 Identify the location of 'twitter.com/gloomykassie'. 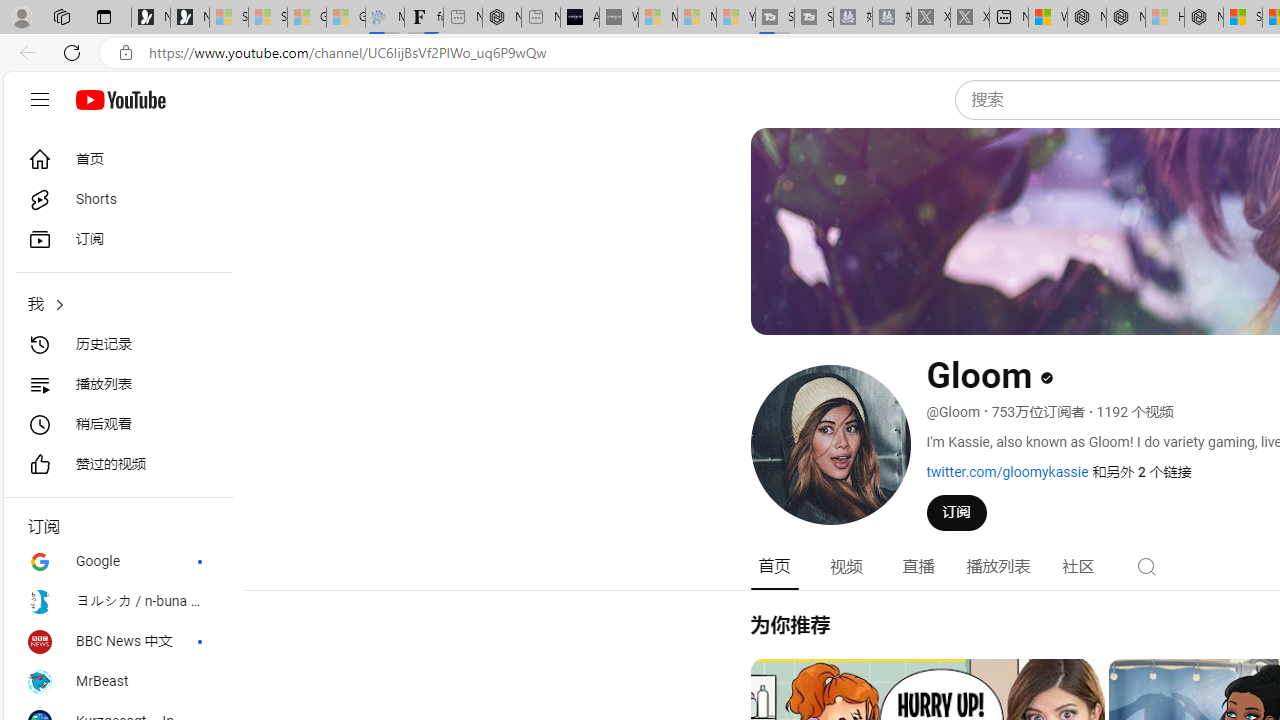
(1007, 471).